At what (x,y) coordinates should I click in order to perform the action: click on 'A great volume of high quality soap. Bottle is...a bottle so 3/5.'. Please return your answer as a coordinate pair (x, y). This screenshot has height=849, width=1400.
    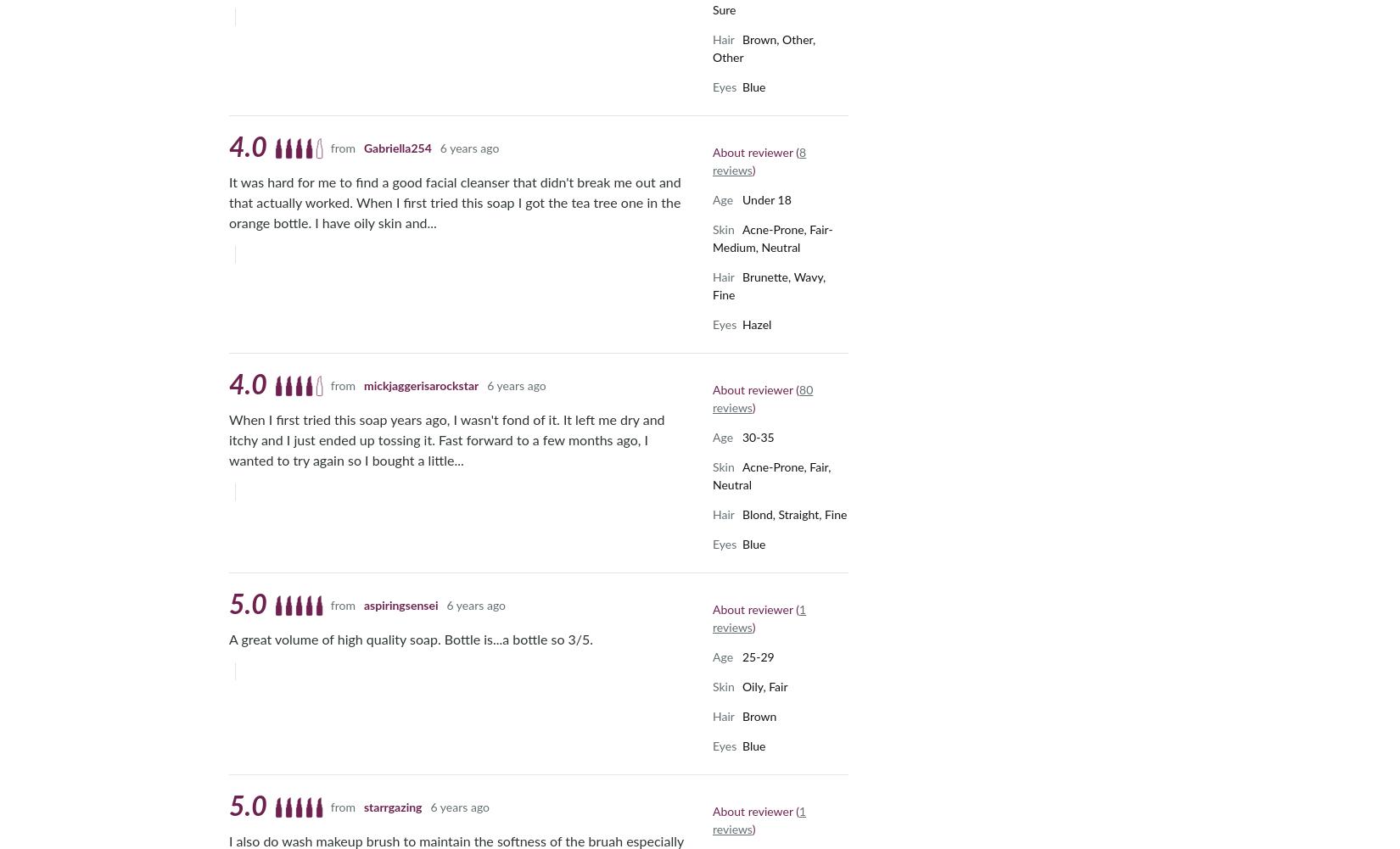
    Looking at the image, I should click on (410, 639).